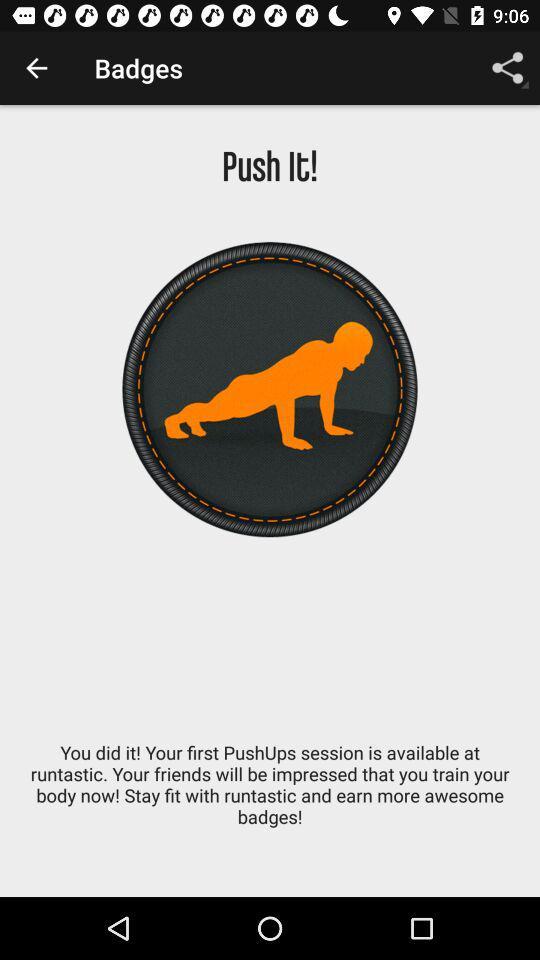 The height and width of the screenshot is (960, 540). What do you see at coordinates (36, 68) in the screenshot?
I see `app next to badges app` at bounding box center [36, 68].